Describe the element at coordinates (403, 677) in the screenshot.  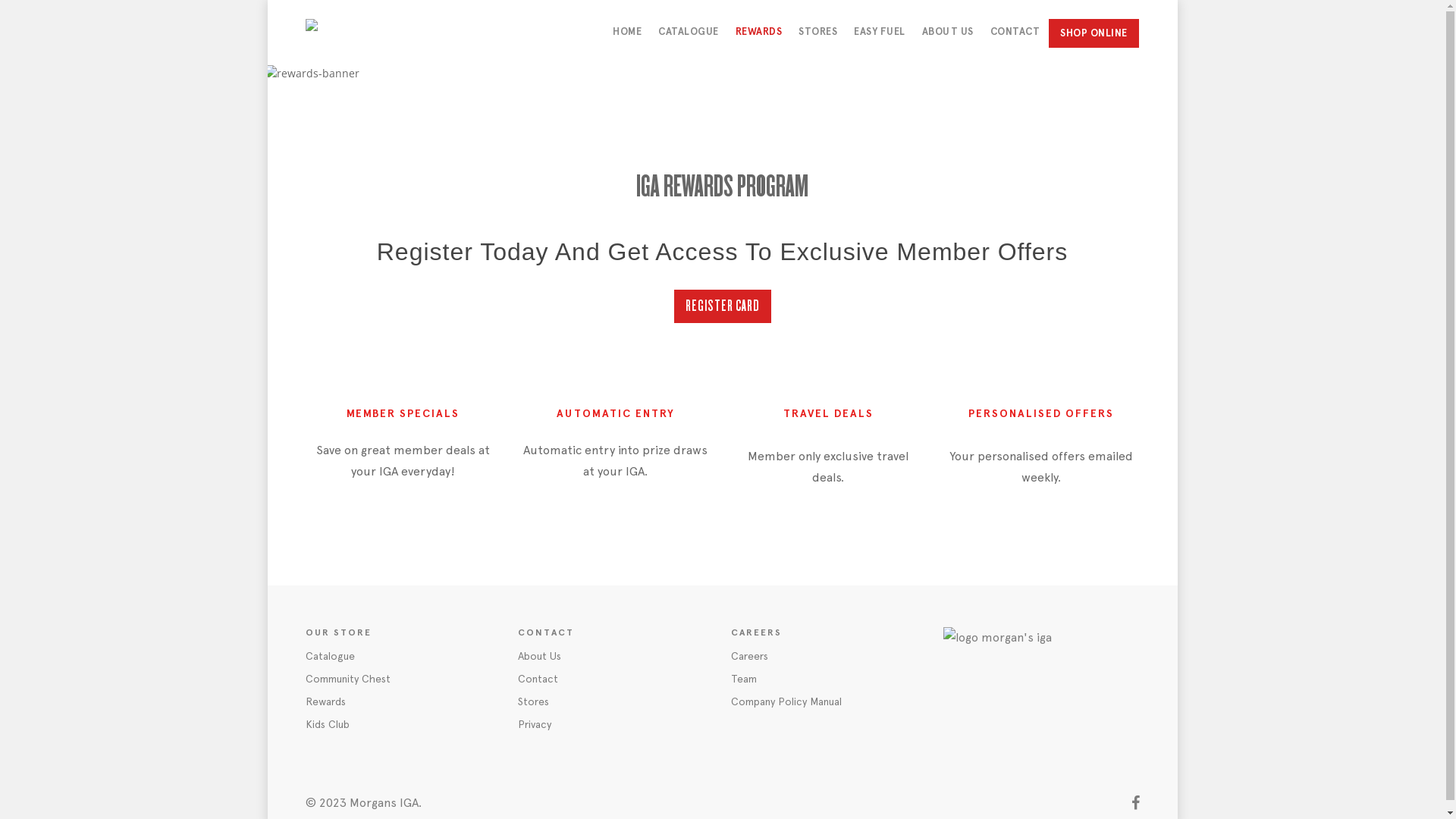
I see `'Community Chest'` at that location.